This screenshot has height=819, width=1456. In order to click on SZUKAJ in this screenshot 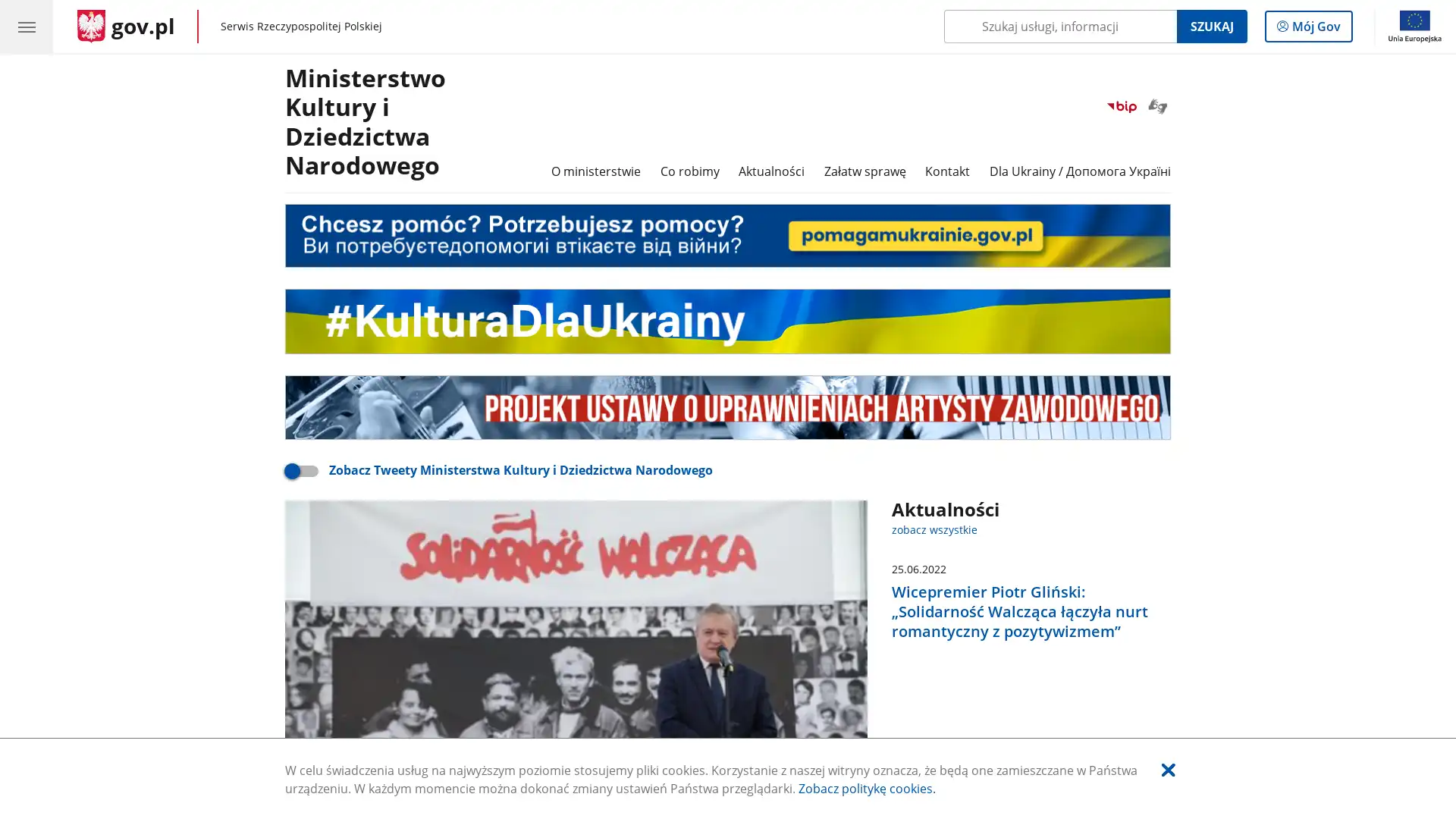, I will do `click(1210, 26)`.